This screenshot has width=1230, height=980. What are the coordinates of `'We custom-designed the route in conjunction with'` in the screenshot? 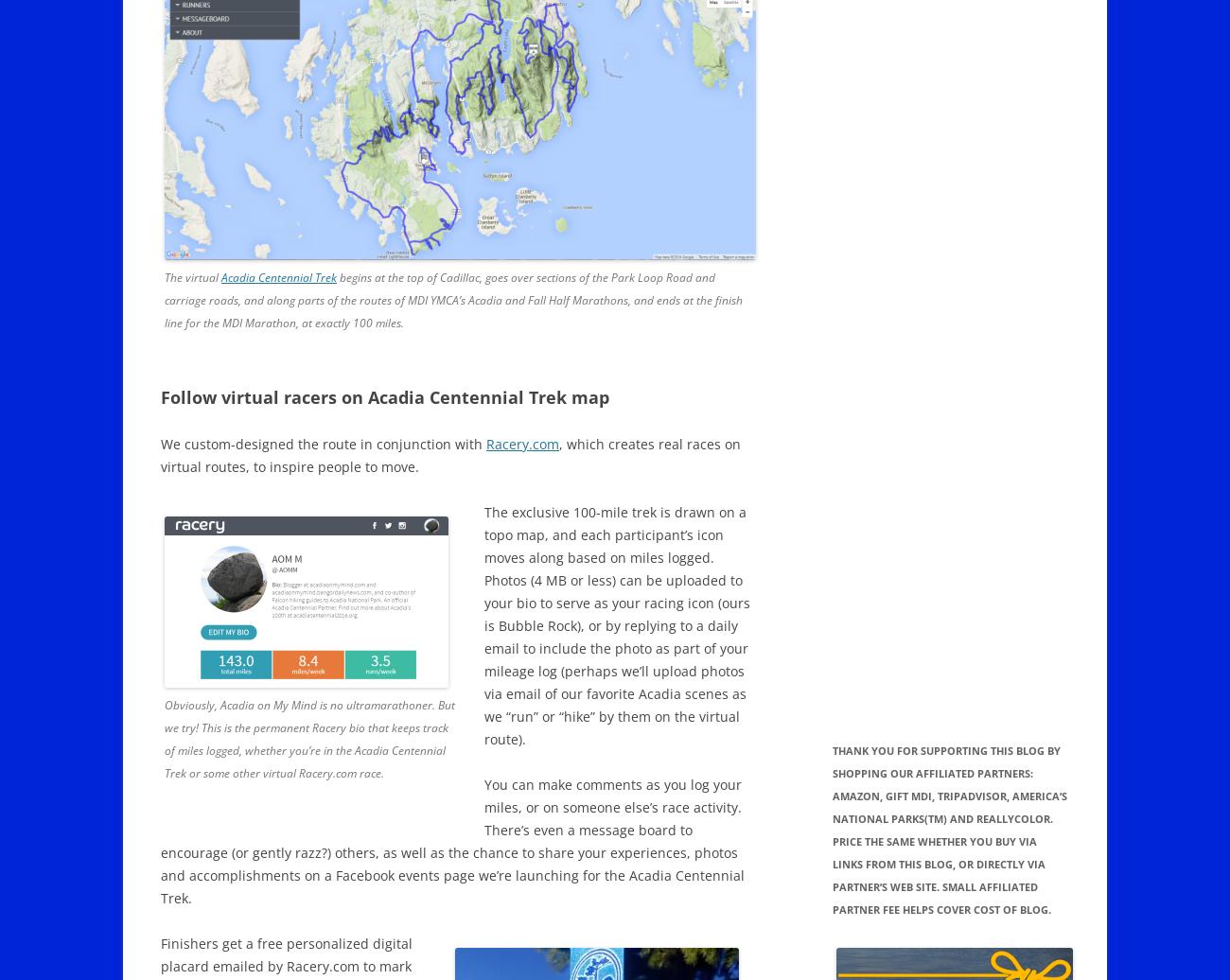 It's located at (161, 444).